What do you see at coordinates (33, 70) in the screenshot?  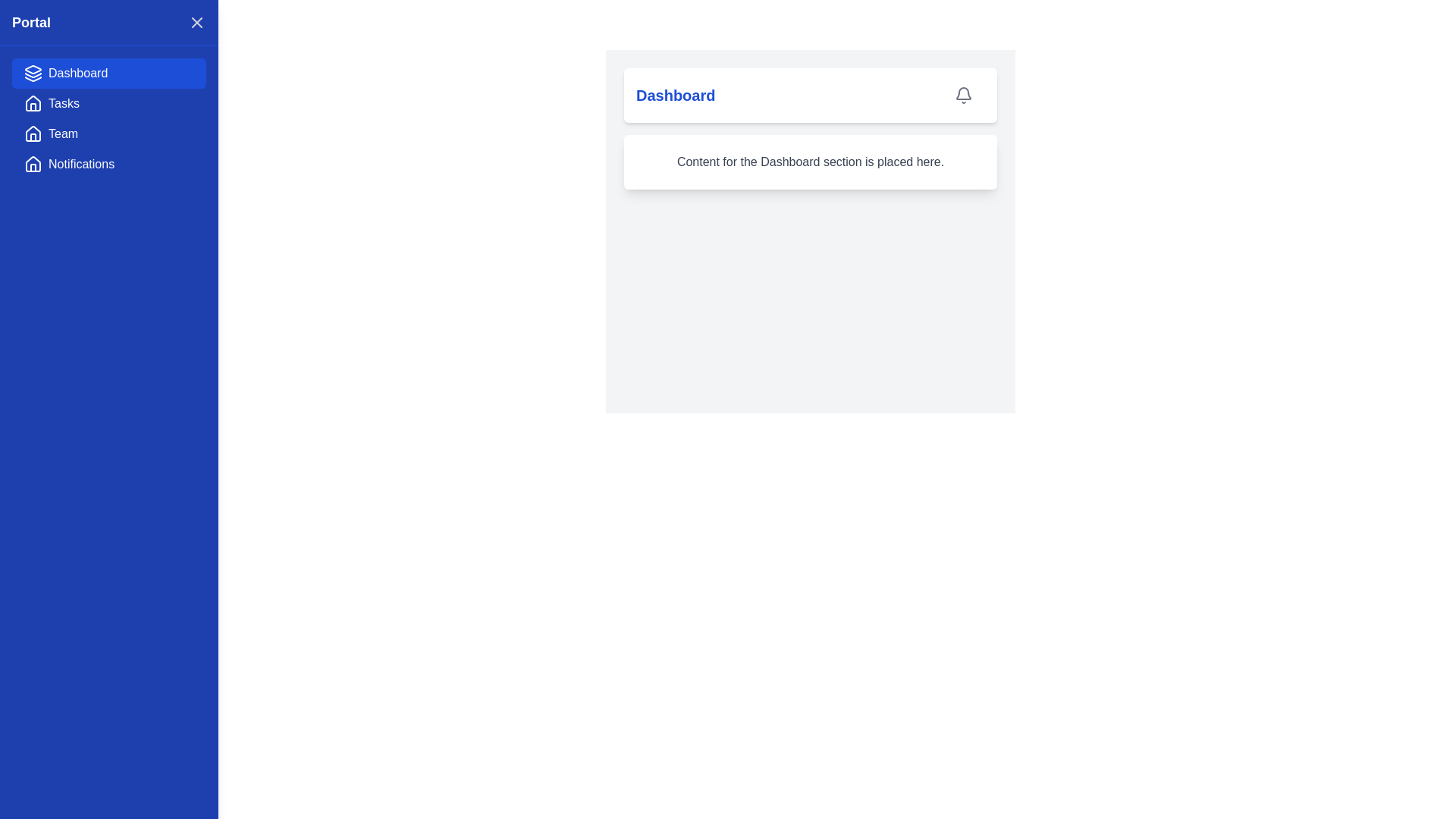 I see `the graphical icon (SVG) that serves as a visual identifier for the dashboard section in the left navigation bar, located next to the text 'Dashboard'` at bounding box center [33, 70].